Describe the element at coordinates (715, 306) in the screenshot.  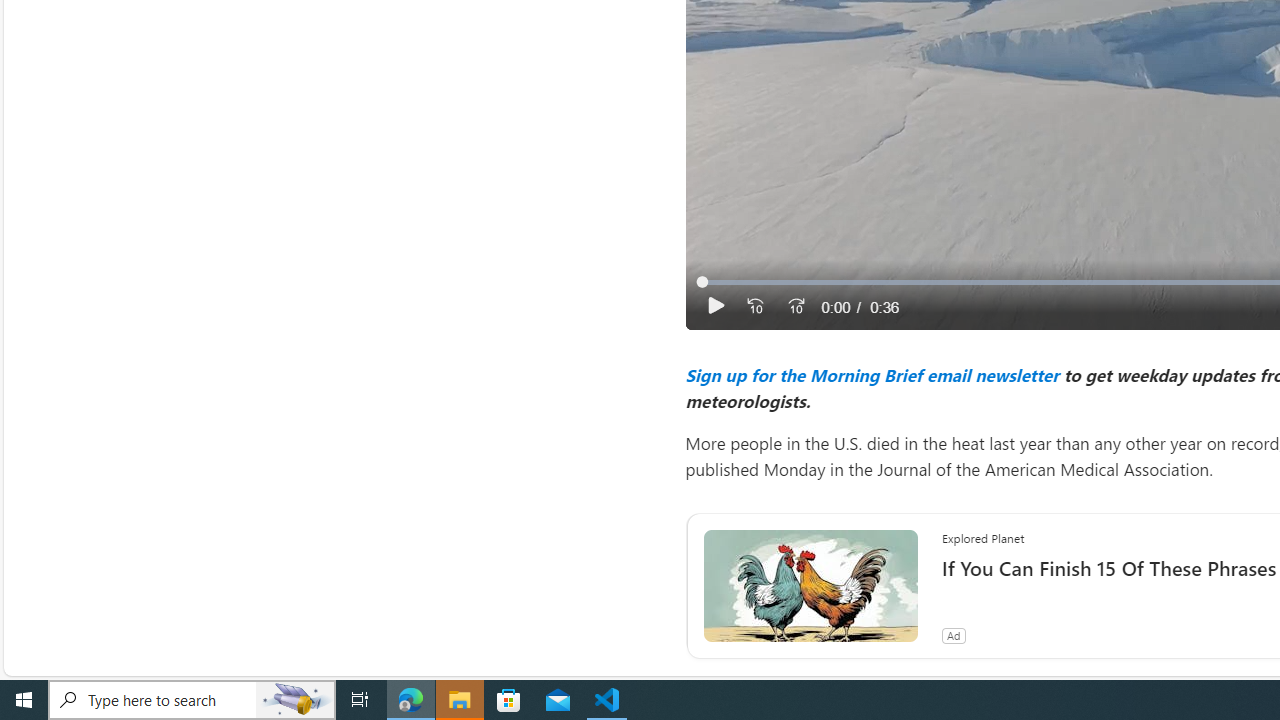
I see `'Play'` at that location.